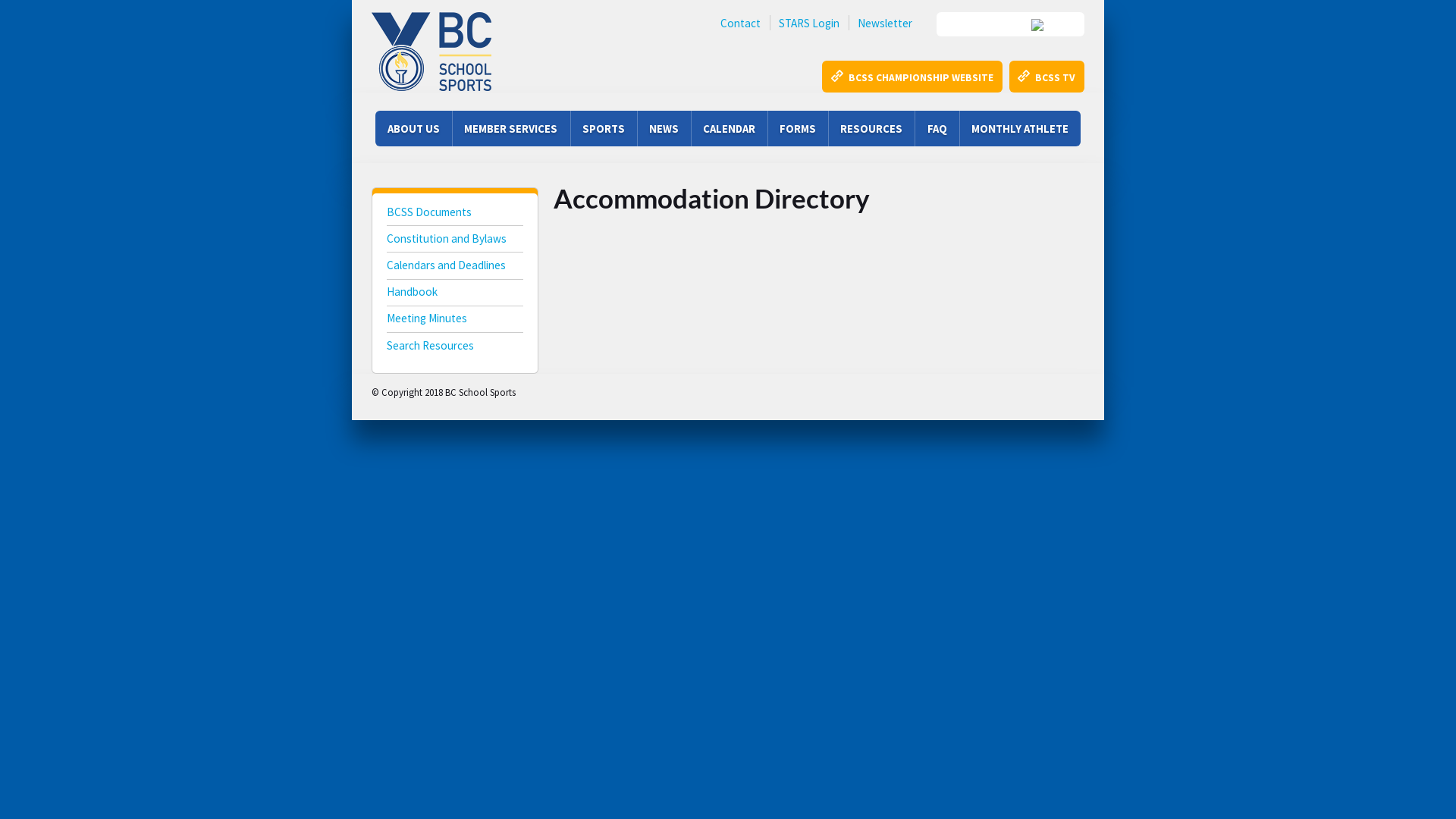 Image resolution: width=1456 pixels, height=819 pixels. I want to click on 'BCSS CHAMPIONSHIP WEBSITE', so click(911, 76).